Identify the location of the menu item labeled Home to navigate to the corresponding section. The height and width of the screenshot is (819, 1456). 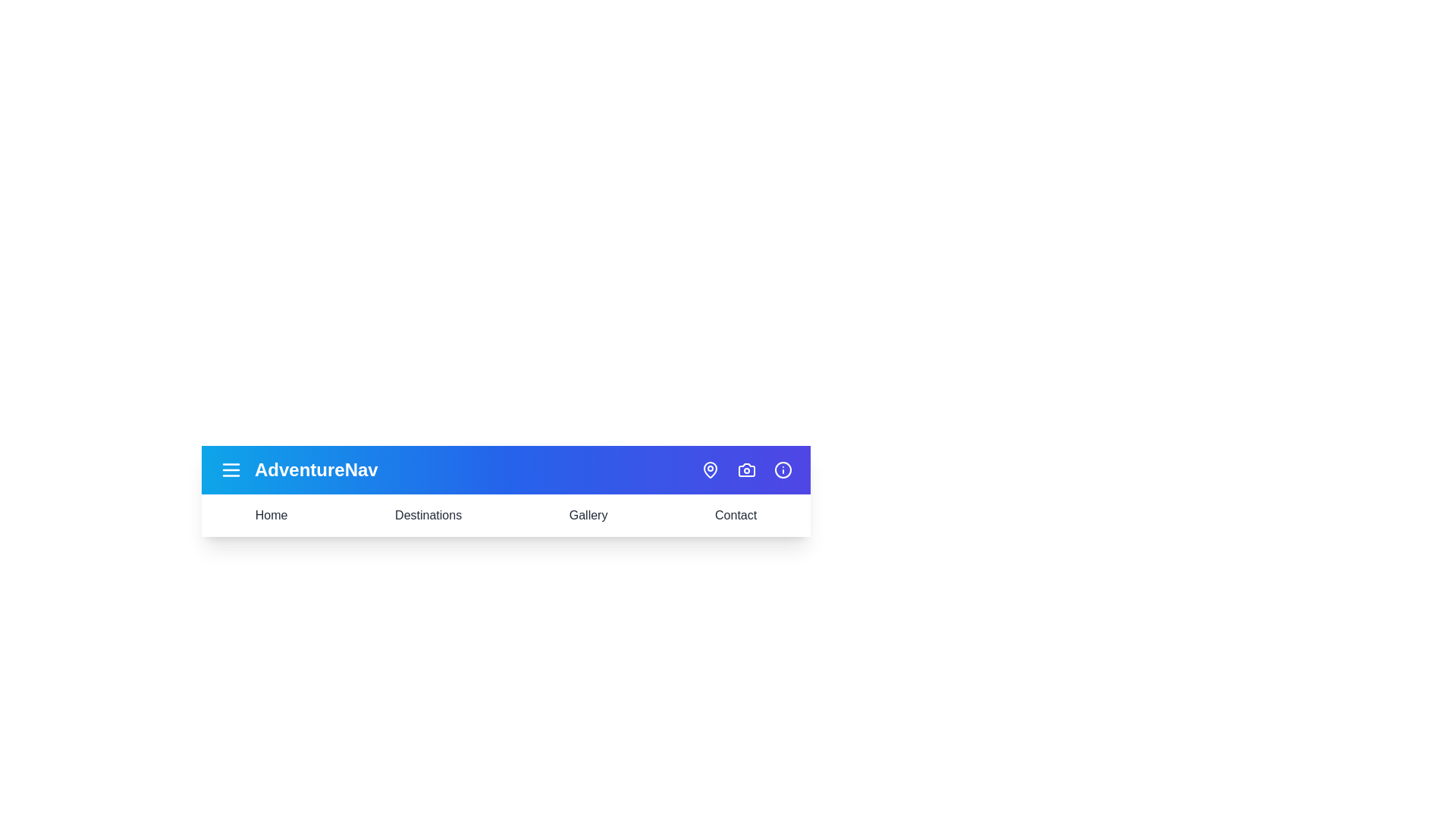
(271, 514).